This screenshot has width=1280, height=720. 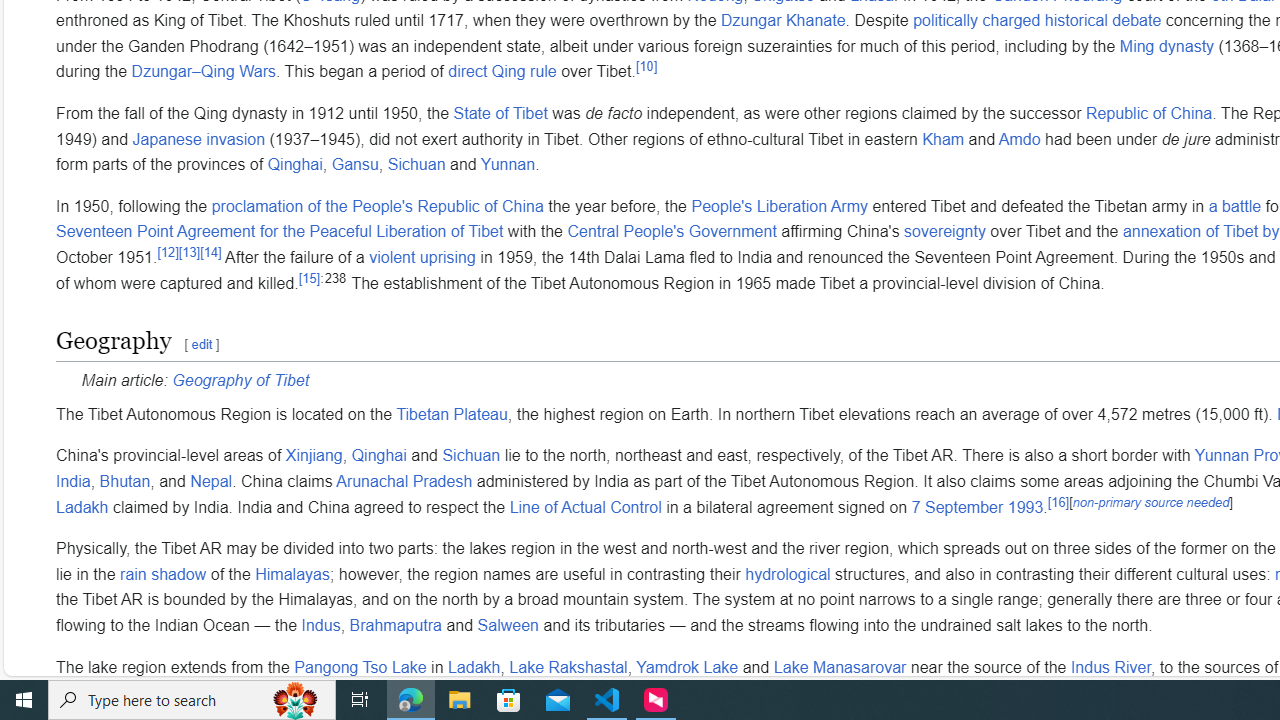 What do you see at coordinates (1057, 500) in the screenshot?
I see `'[16]'` at bounding box center [1057, 500].